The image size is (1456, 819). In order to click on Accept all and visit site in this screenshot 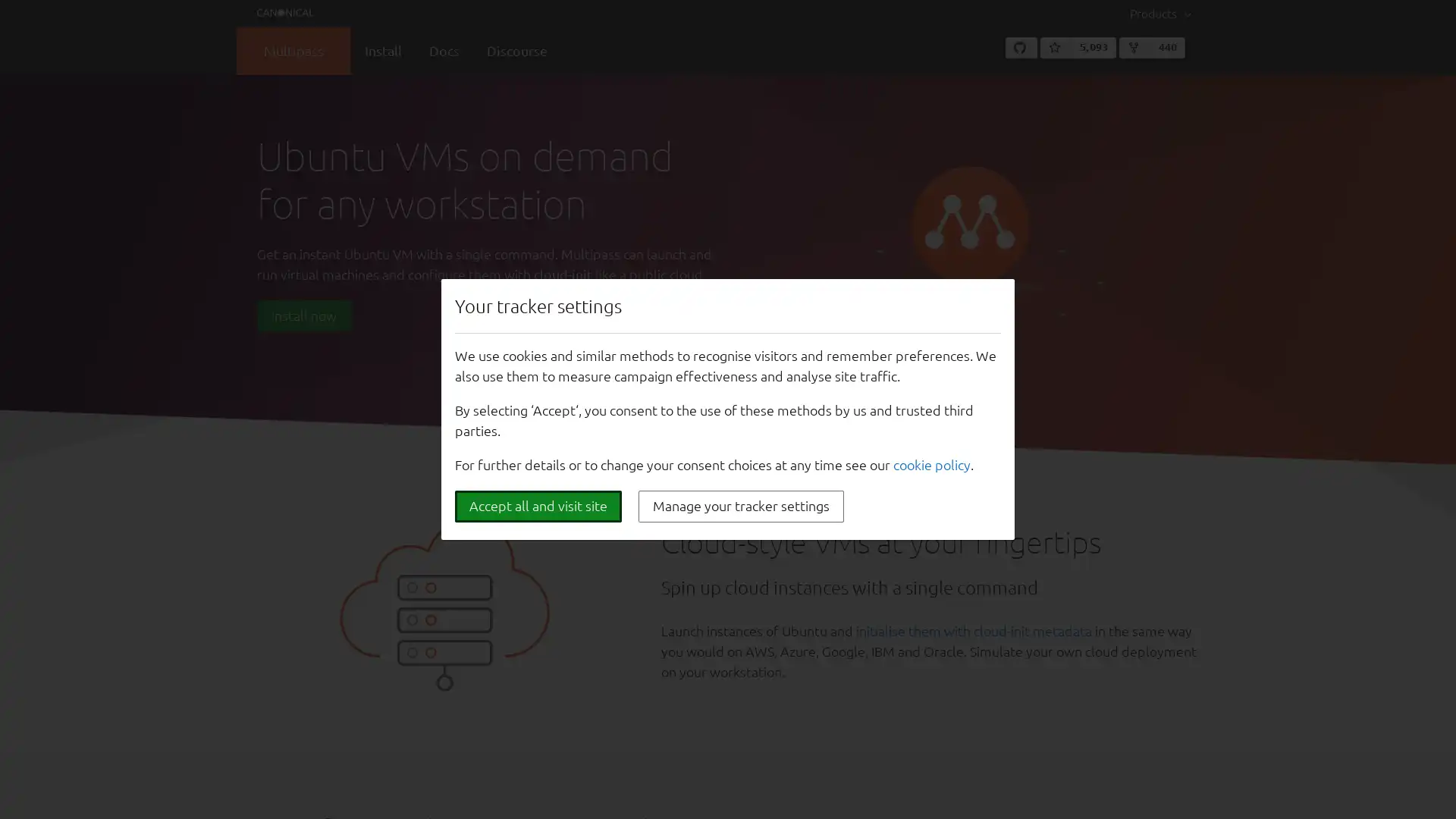, I will do `click(538, 506)`.